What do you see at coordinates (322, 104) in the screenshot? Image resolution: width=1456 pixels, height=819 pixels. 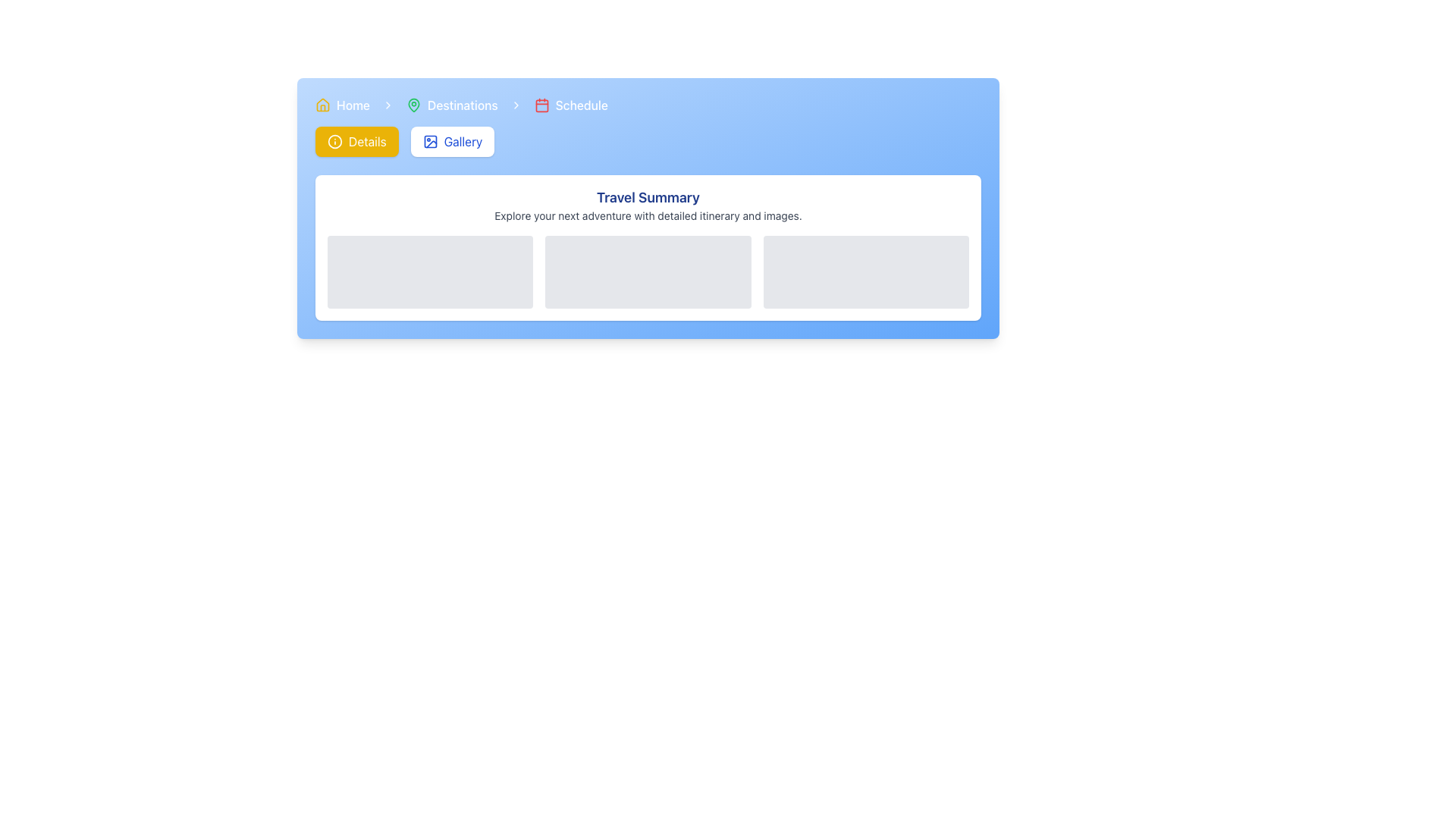 I see `the Home icon located at the far left of the top navigation bar to trigger a tooltip` at bounding box center [322, 104].